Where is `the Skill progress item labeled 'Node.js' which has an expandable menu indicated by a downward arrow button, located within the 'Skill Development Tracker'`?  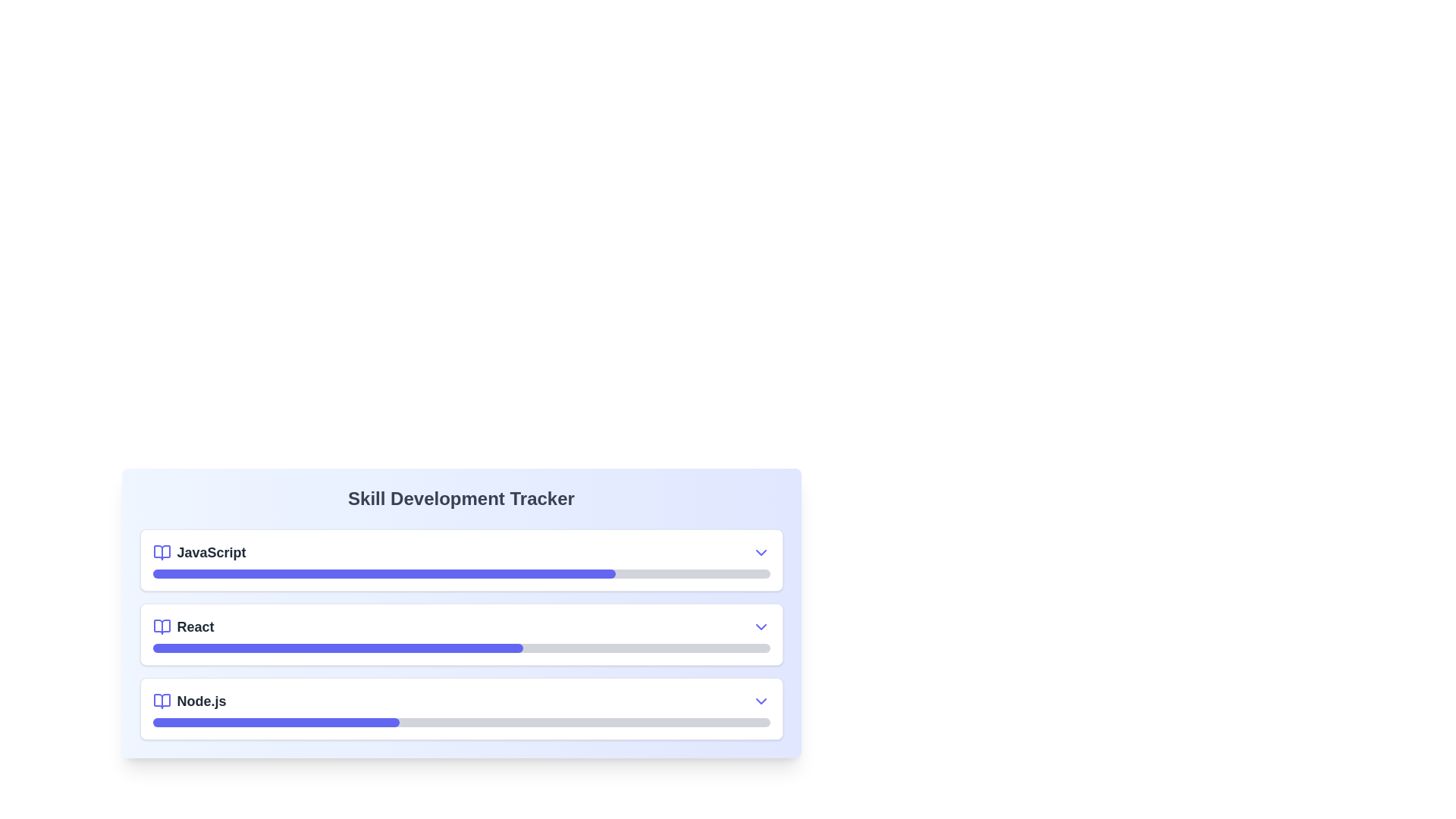 the Skill progress item labeled 'Node.js' which has an expandable menu indicated by a downward arrow button, located within the 'Skill Development Tracker' is located at coordinates (460, 708).